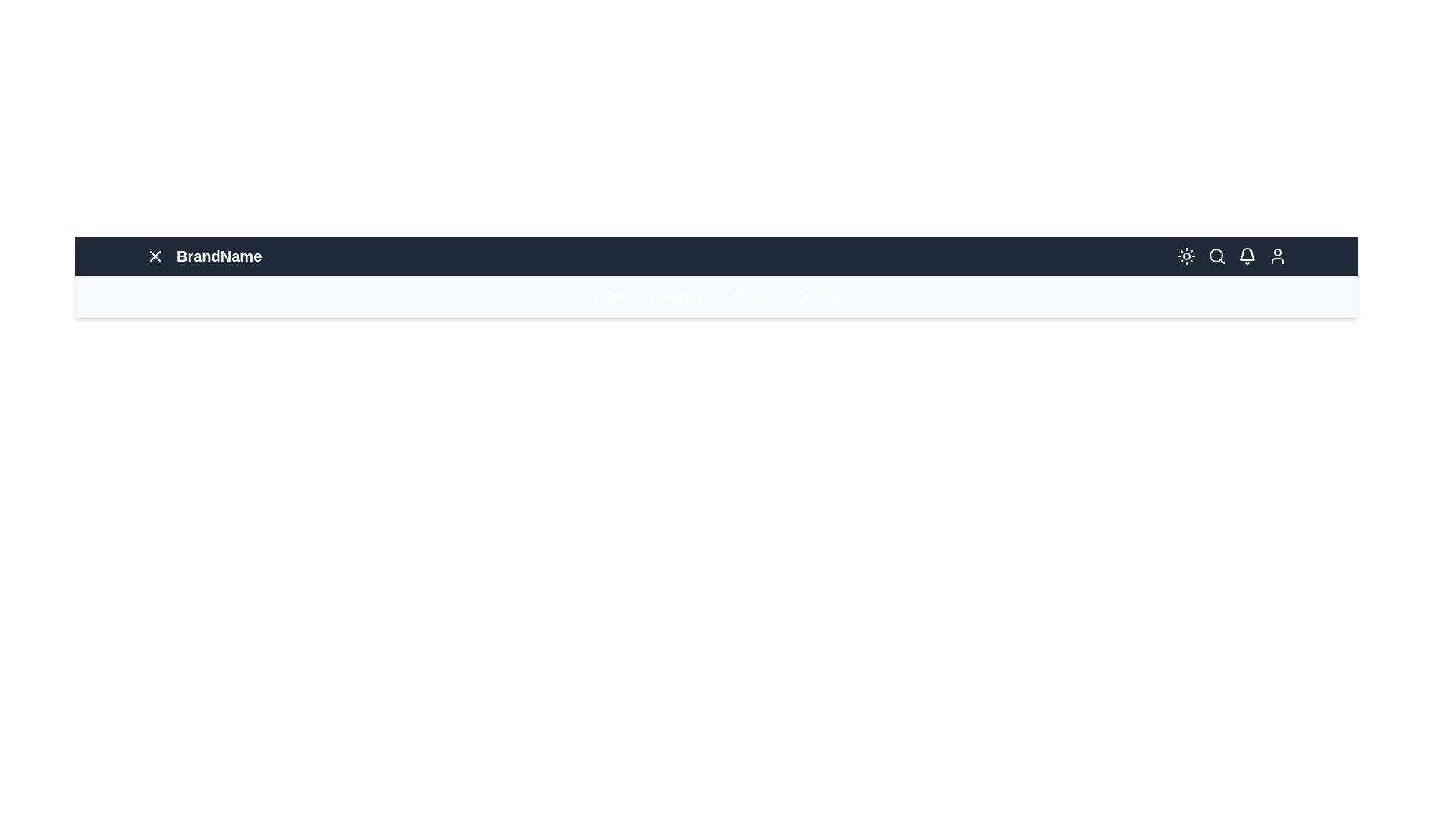 Image resolution: width=1456 pixels, height=819 pixels. I want to click on the menu item labeled About Us to navigate to the corresponding section, so click(676, 297).